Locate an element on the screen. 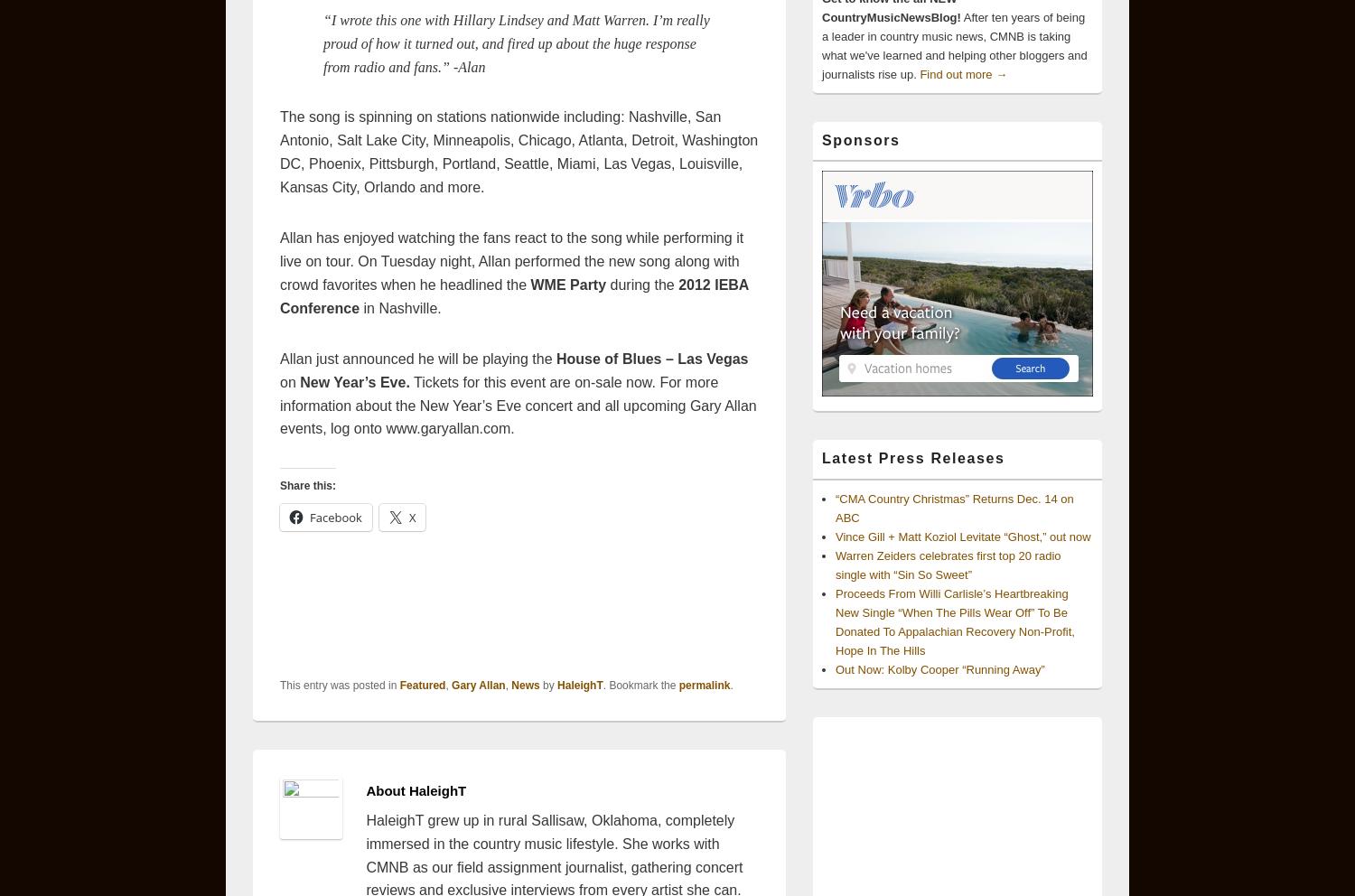 The width and height of the screenshot is (1355, 896). 'X' is located at coordinates (411, 516).